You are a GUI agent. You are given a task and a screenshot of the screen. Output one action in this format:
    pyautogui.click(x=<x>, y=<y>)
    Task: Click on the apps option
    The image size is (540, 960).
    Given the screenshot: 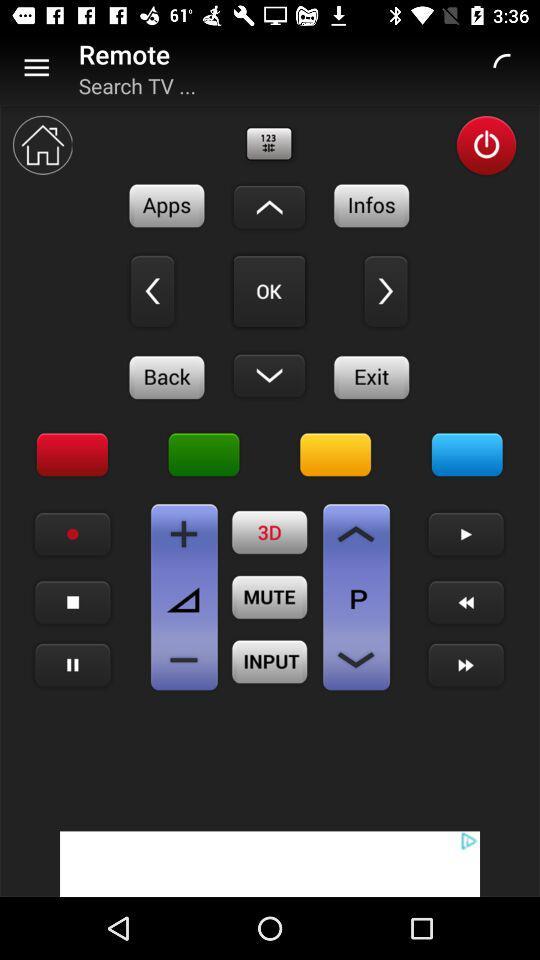 What is the action you would take?
    pyautogui.click(x=166, y=205)
    